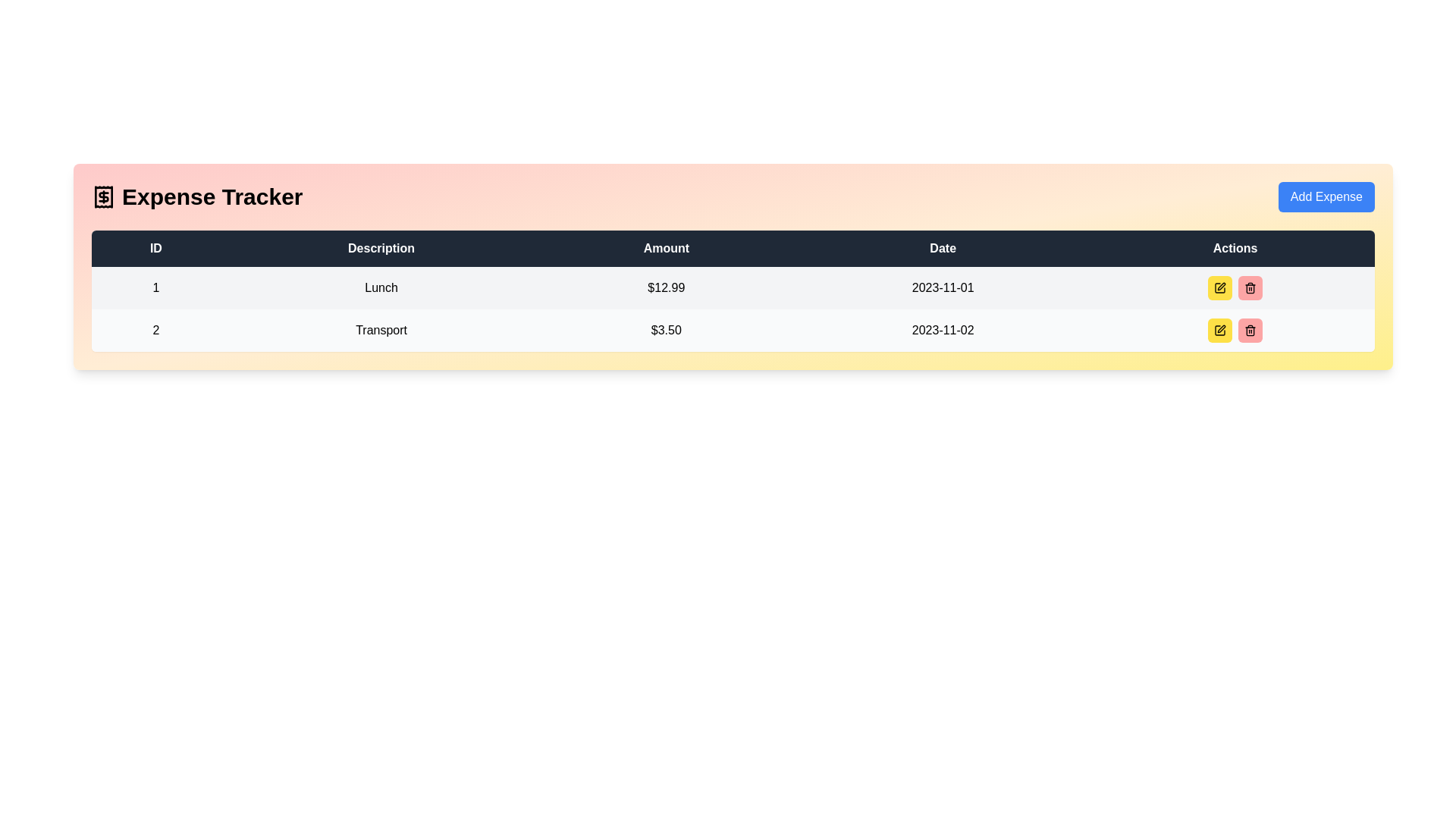 This screenshot has height=819, width=1456. What do you see at coordinates (196, 196) in the screenshot?
I see `title from the Header located in the top-left section of the interface, which includes an icon and text, positioned to the left of the 'Add Expense' button` at bounding box center [196, 196].